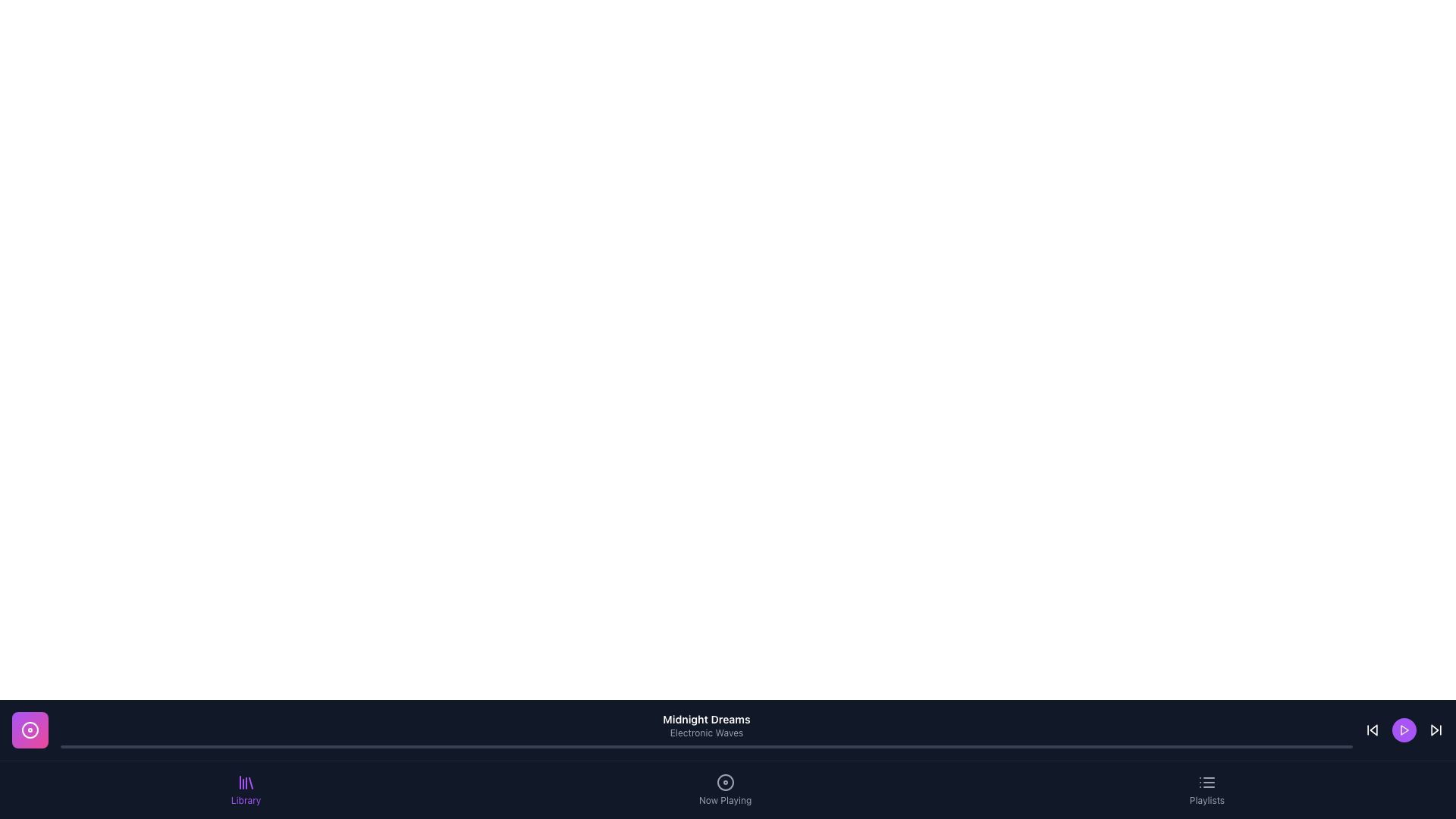 This screenshot has width=1456, height=819. What do you see at coordinates (246, 783) in the screenshot?
I see `the 'Library' icon located on the bottom bar of the interface` at bounding box center [246, 783].